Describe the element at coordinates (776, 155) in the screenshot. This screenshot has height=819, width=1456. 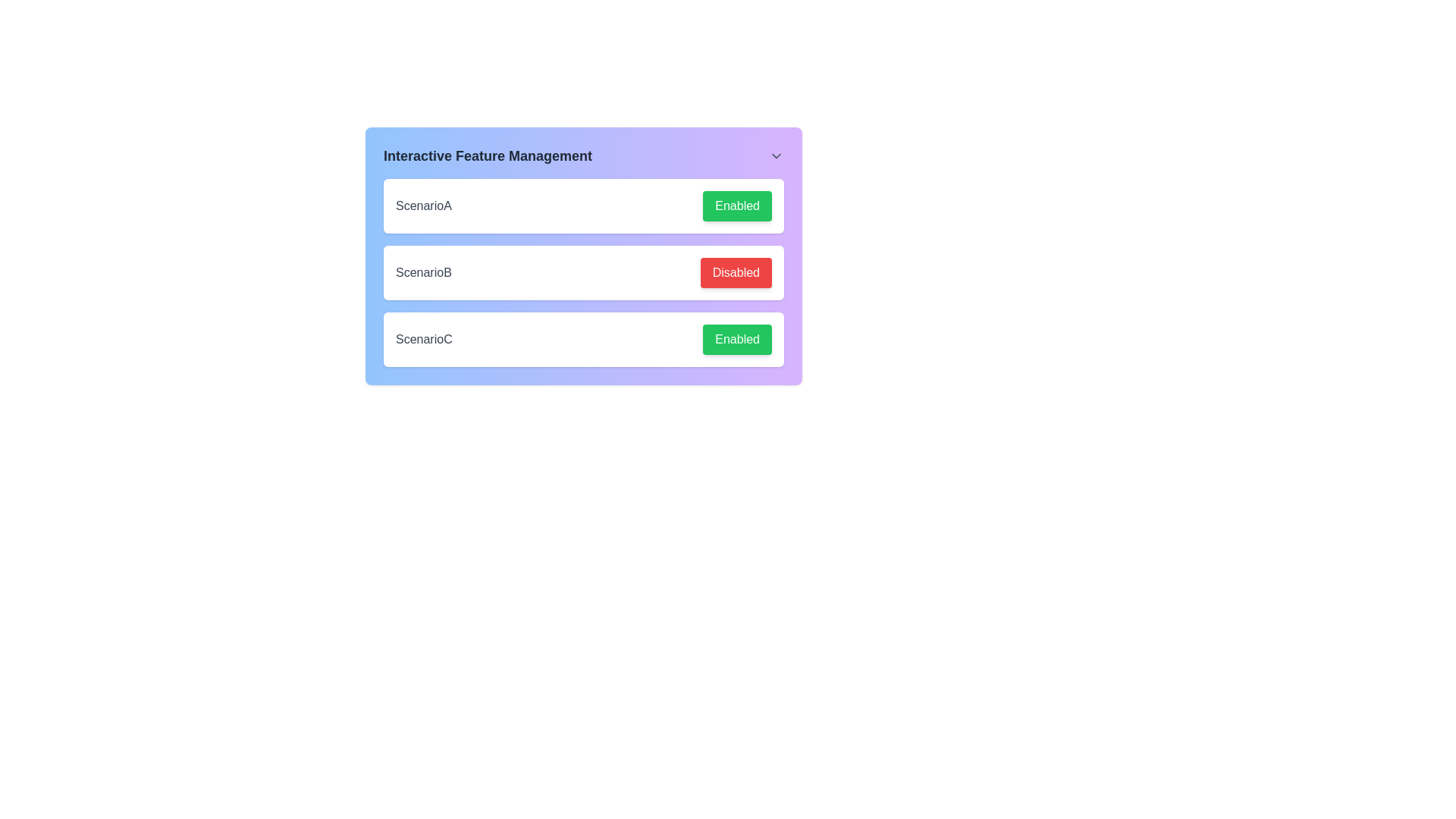
I see `the expand/collapse button to toggle the panel's expansion state` at that location.